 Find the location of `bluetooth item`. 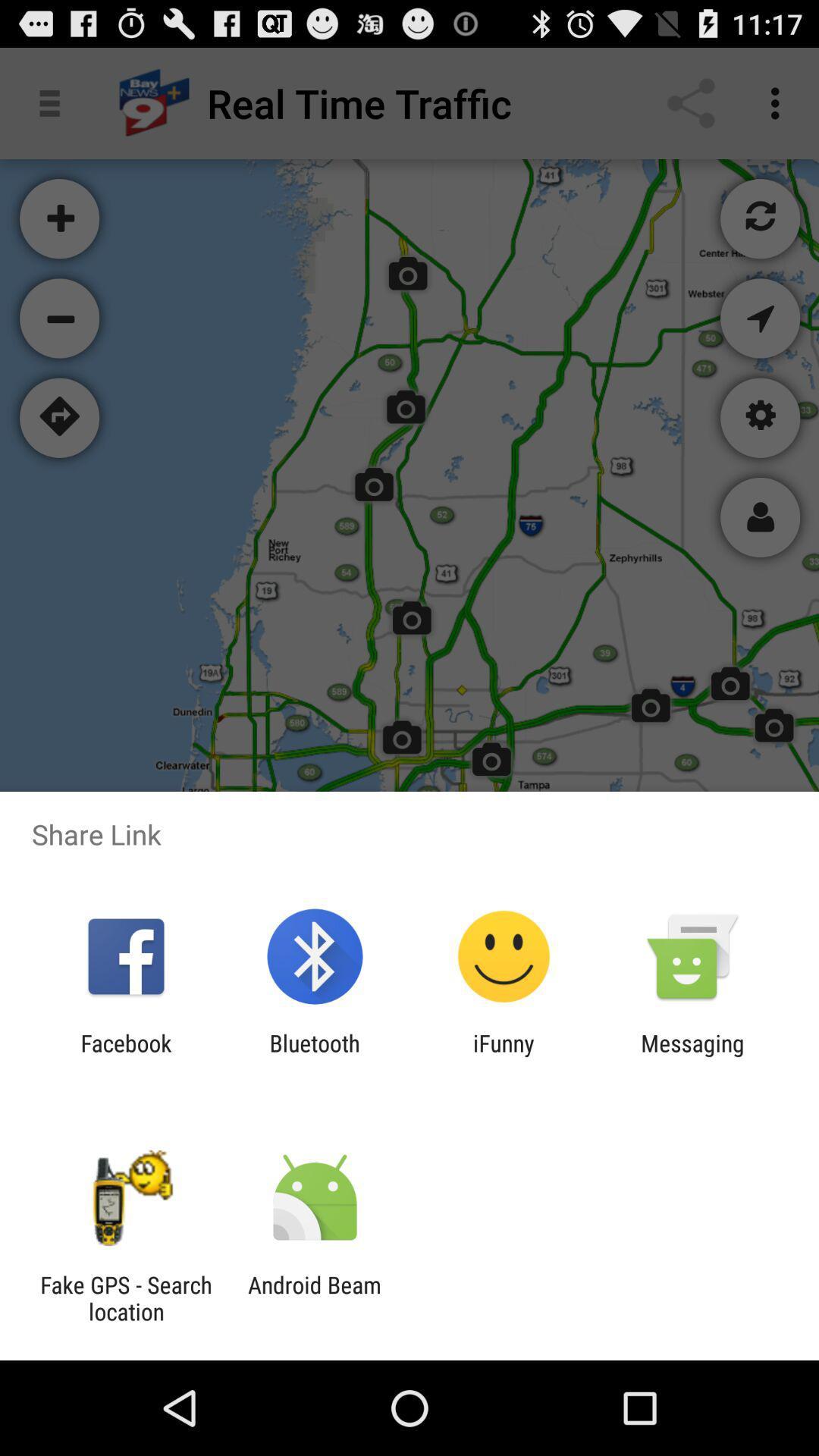

bluetooth item is located at coordinates (314, 1056).